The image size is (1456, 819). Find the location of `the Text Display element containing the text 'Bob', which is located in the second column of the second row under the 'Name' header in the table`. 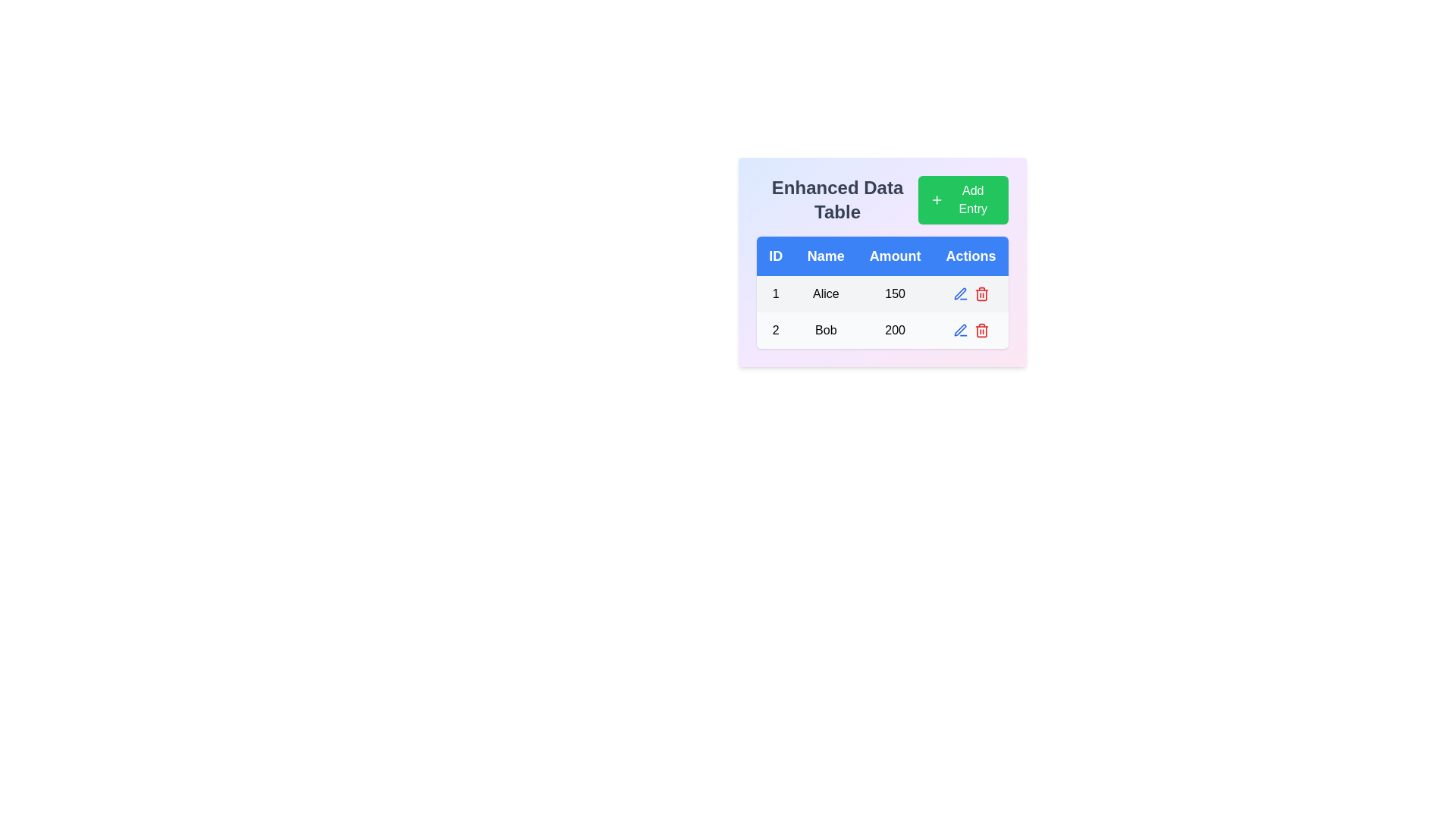

the Text Display element containing the text 'Bob', which is located in the second column of the second row under the 'Name' header in the table is located at coordinates (825, 329).